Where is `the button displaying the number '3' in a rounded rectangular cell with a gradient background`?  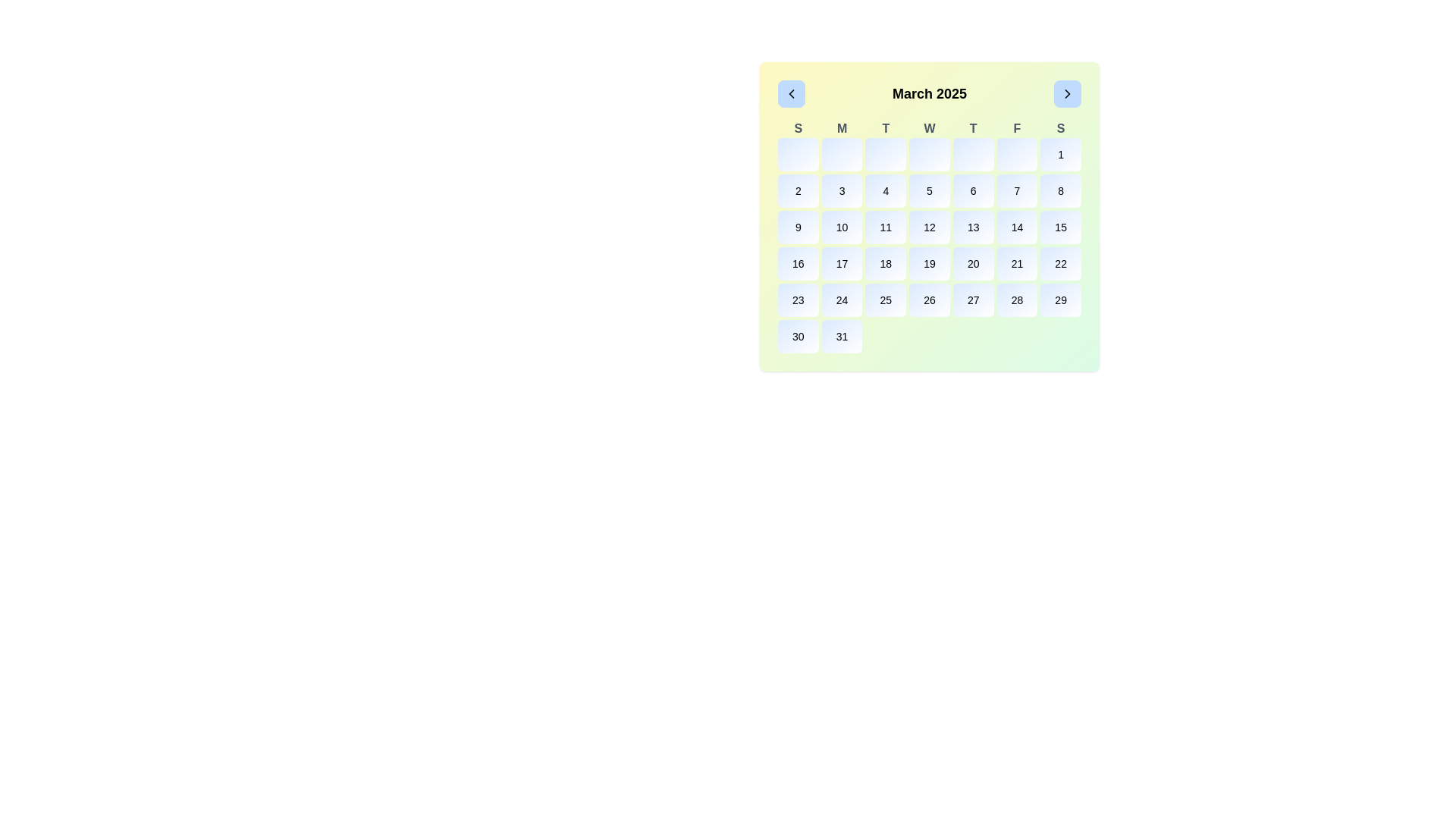 the button displaying the number '3' in a rounded rectangular cell with a gradient background is located at coordinates (841, 190).